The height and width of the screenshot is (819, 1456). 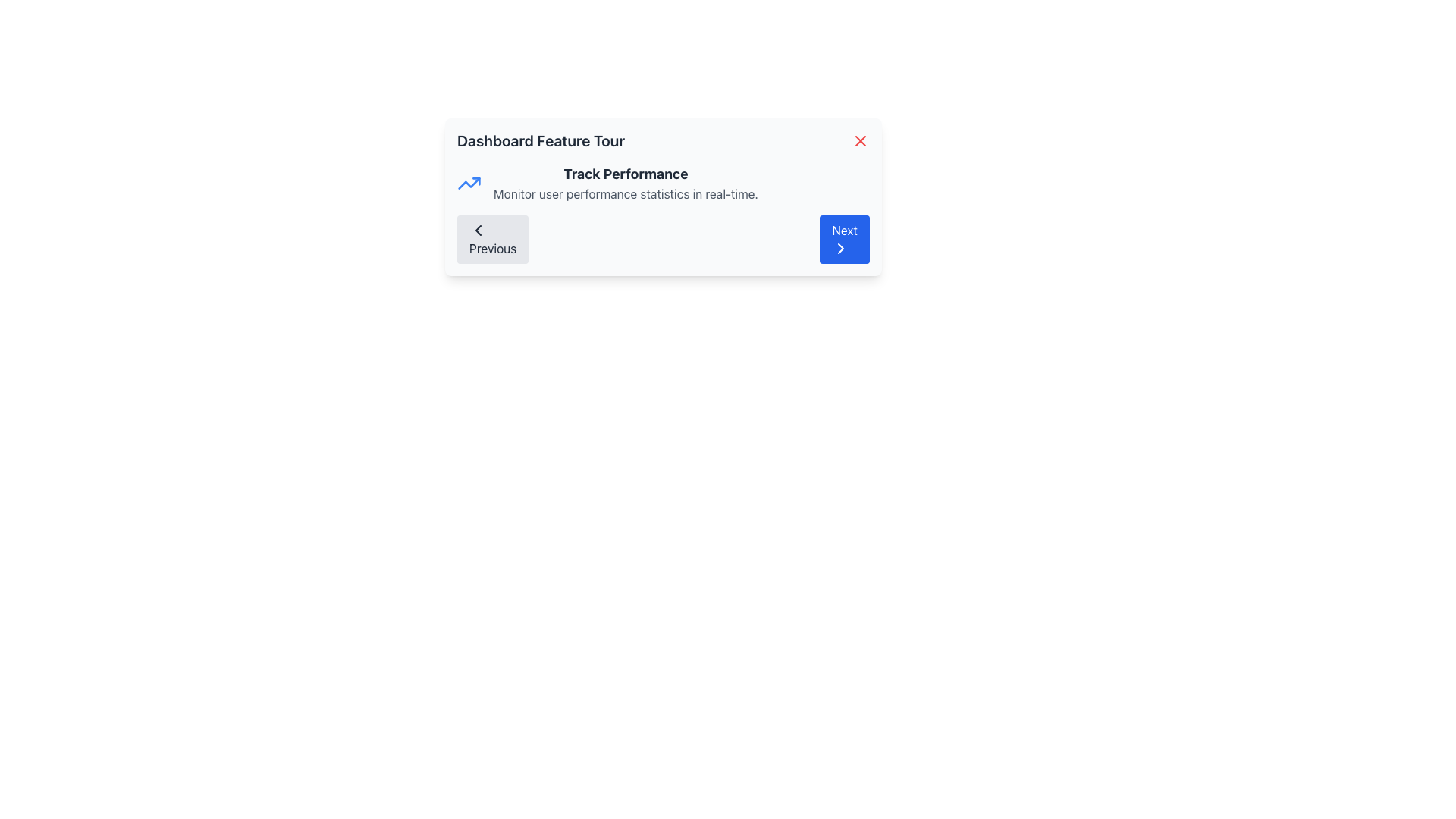 What do you see at coordinates (663, 140) in the screenshot?
I see `header text 'Dashboard Feature Tour' located at the top of the modal card interface, which includes a close button and a small red icon on the right` at bounding box center [663, 140].